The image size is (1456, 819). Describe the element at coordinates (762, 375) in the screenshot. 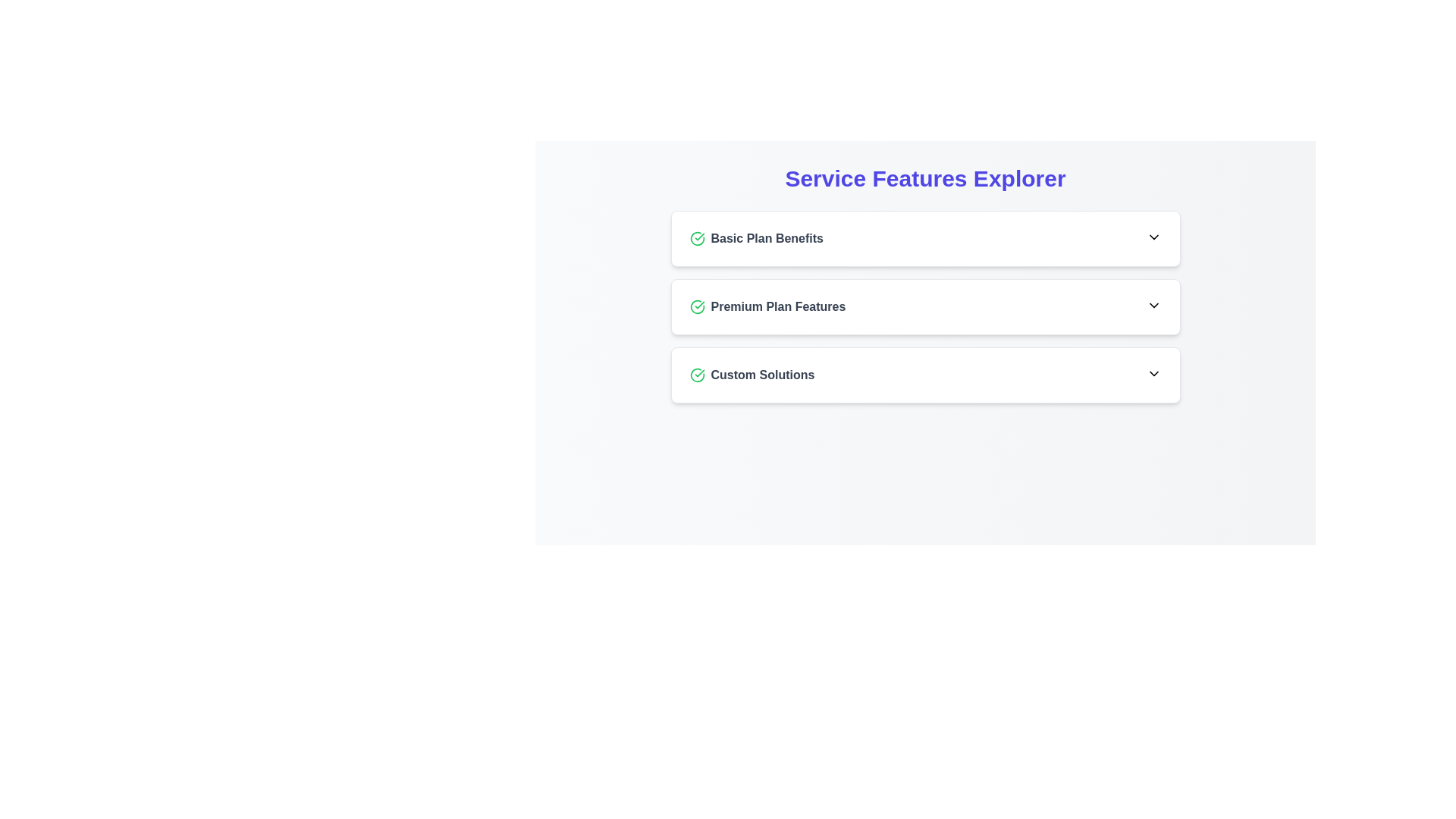

I see `the 'Custom Solutions' text label, which is styled in bold dark gray and located to the right of a green checkmark icon, as the third item in a vertical list` at that location.